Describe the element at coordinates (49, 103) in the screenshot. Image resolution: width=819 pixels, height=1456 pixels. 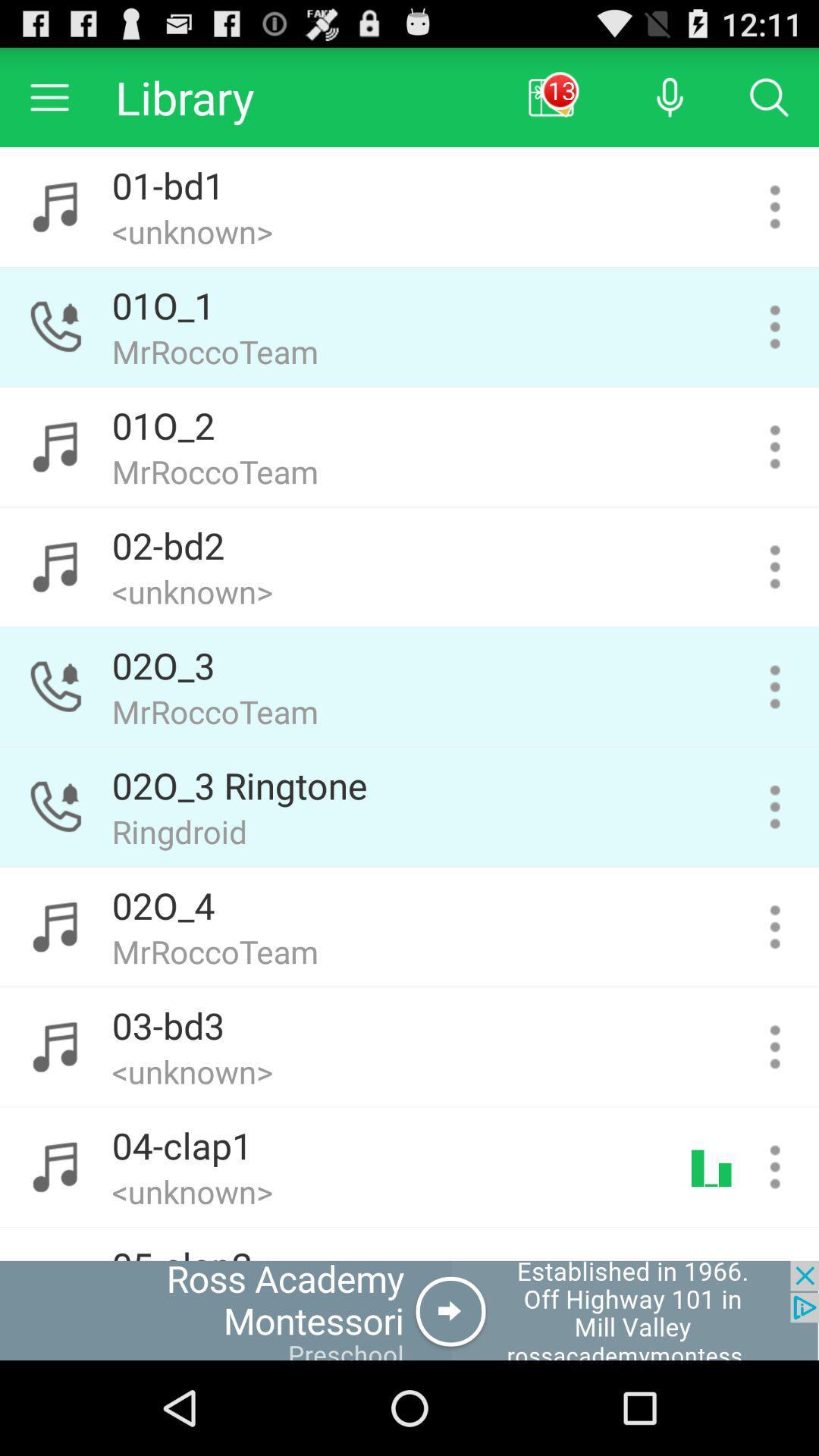
I see `the menu icon` at that location.